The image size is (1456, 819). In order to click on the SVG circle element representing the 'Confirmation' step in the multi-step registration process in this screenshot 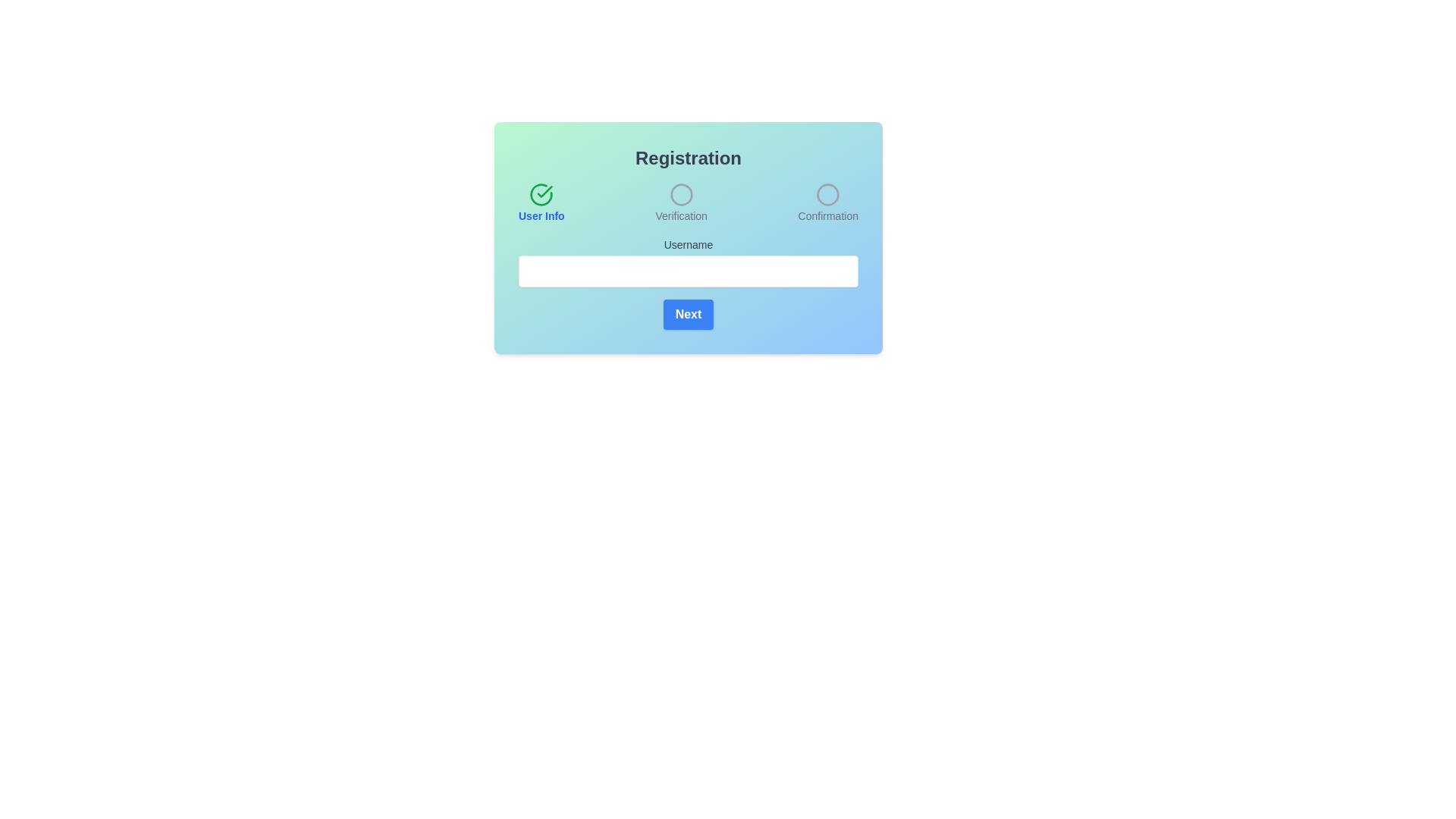, I will do `click(827, 194)`.